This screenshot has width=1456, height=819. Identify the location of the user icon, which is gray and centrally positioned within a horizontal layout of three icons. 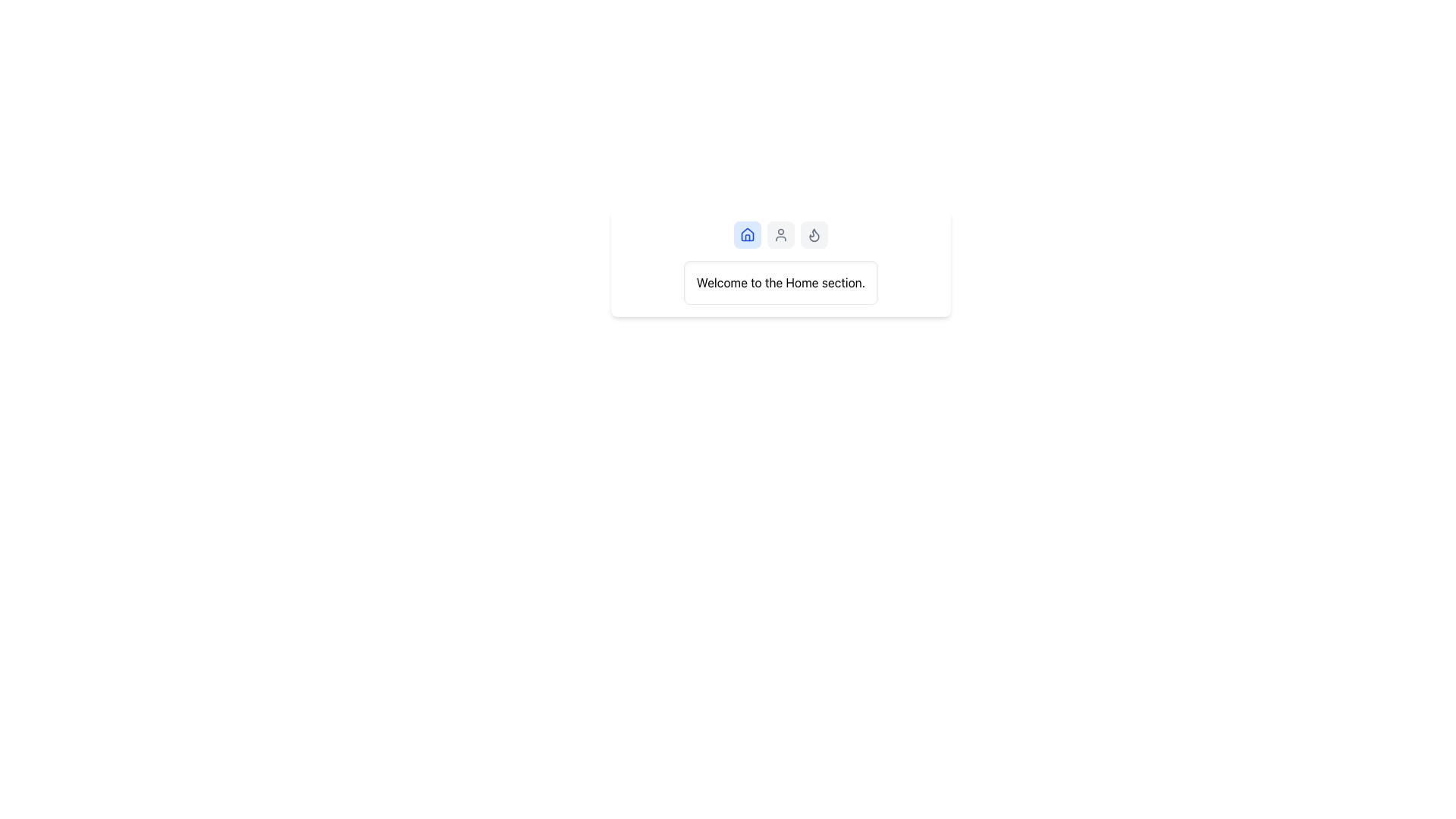
(781, 234).